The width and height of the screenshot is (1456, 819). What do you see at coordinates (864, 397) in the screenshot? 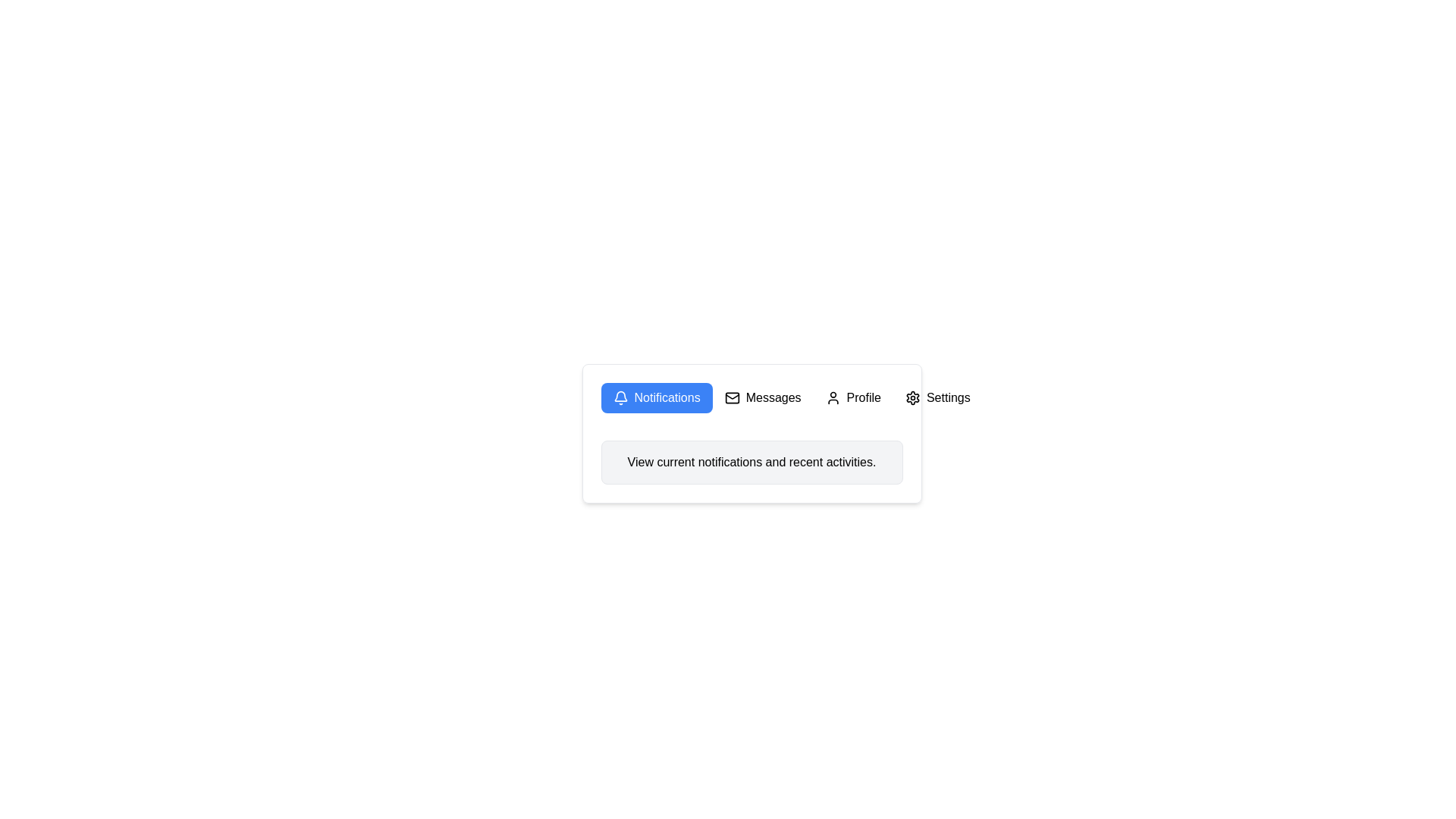
I see `the 'Profile' text label located in the top-right section of the interface` at bounding box center [864, 397].